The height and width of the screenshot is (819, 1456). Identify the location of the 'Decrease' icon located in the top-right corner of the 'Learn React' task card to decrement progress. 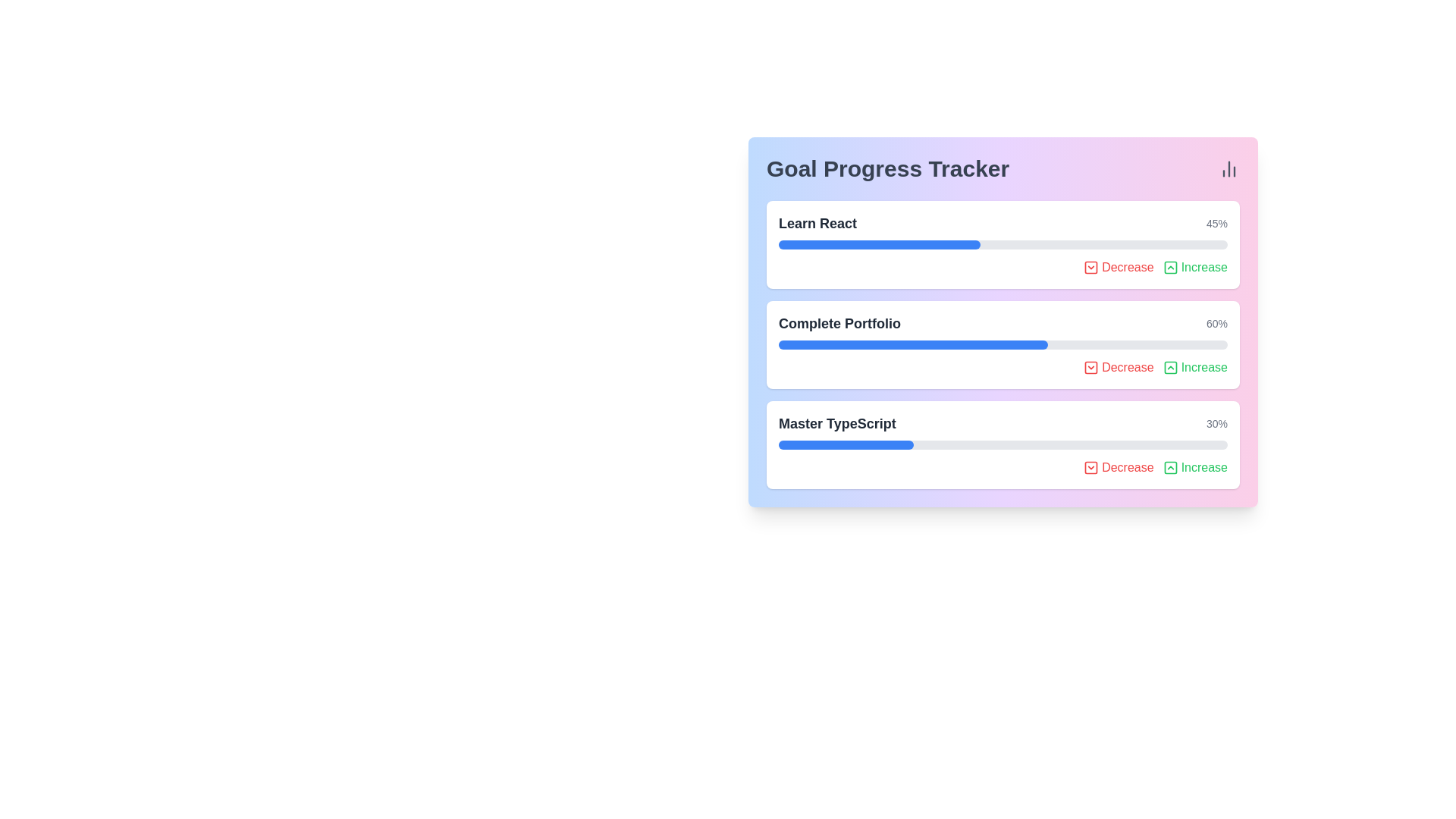
(1090, 267).